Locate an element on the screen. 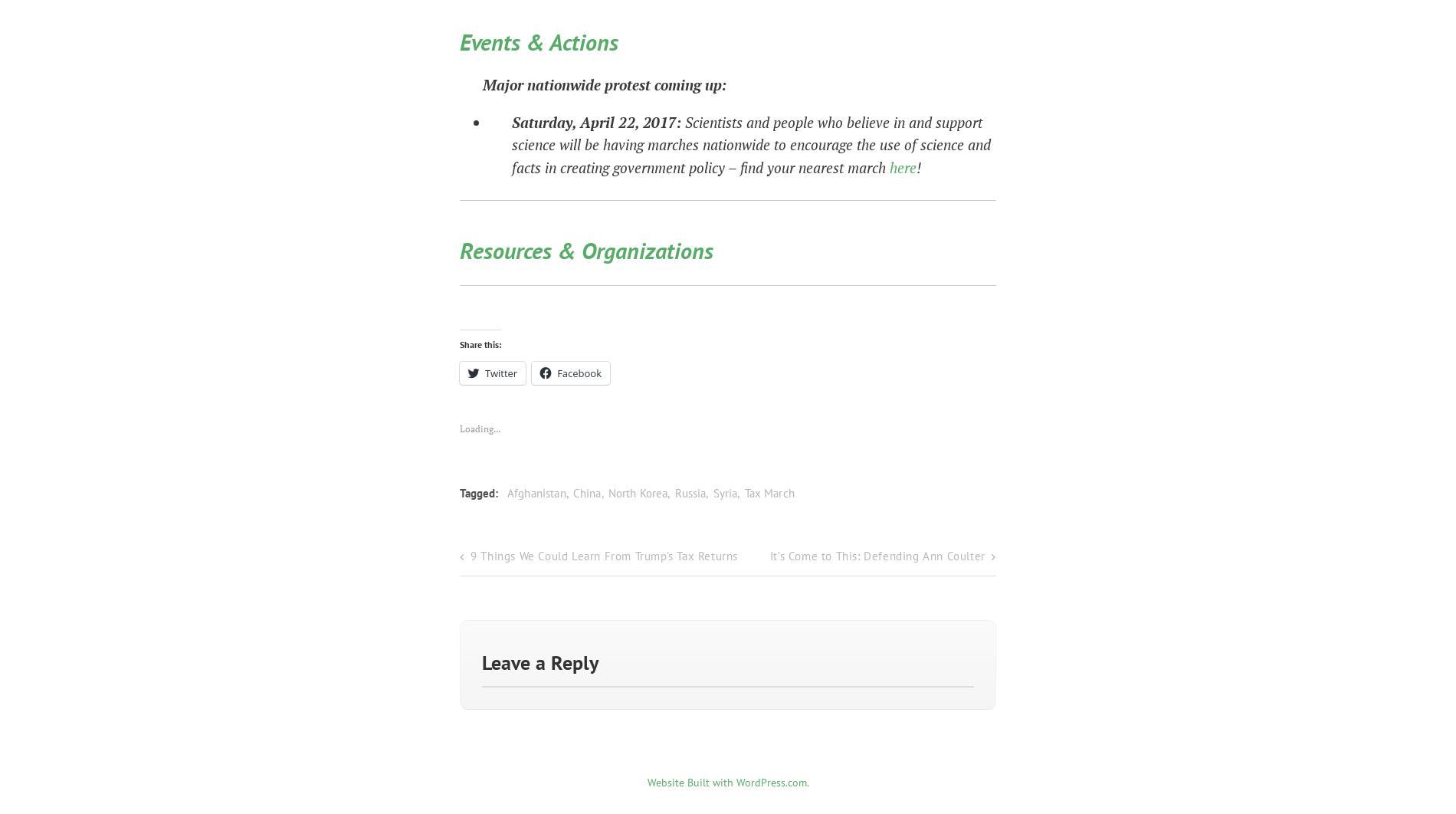 The height and width of the screenshot is (814, 1456). '!' is located at coordinates (918, 166).